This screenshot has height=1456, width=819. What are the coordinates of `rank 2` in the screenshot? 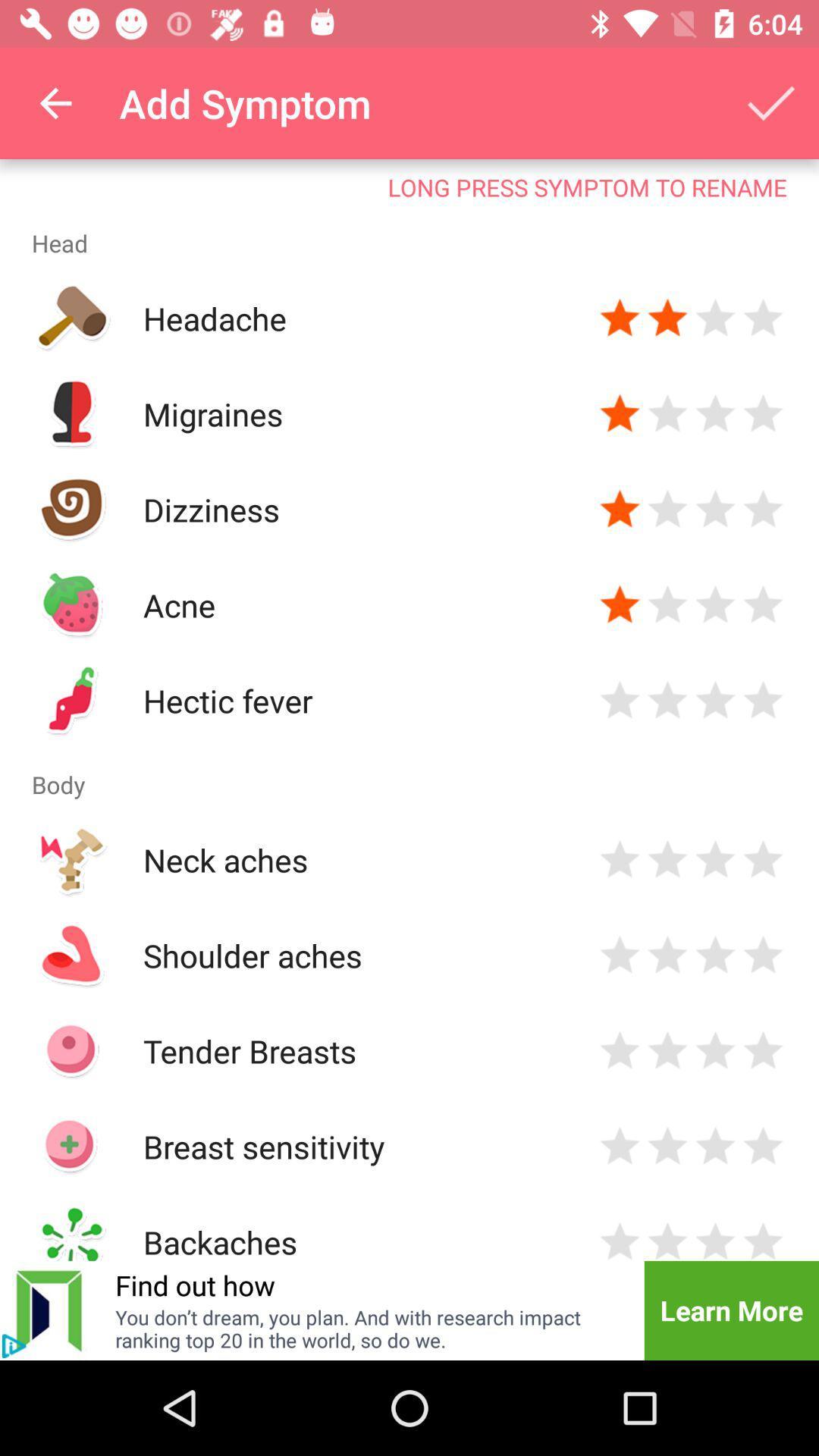 It's located at (667, 1147).